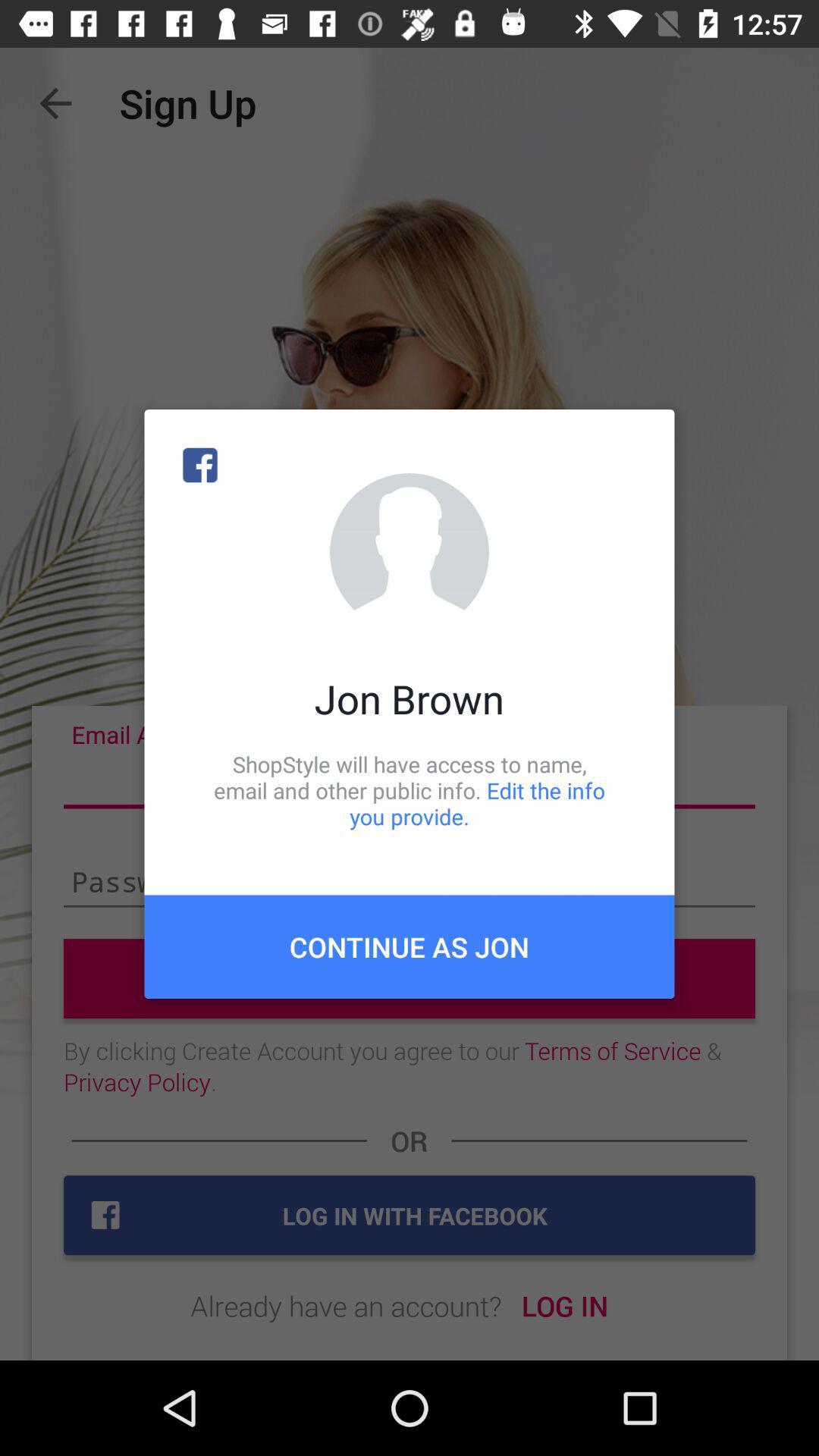  What do you see at coordinates (409, 789) in the screenshot?
I see `item below jon brown item` at bounding box center [409, 789].